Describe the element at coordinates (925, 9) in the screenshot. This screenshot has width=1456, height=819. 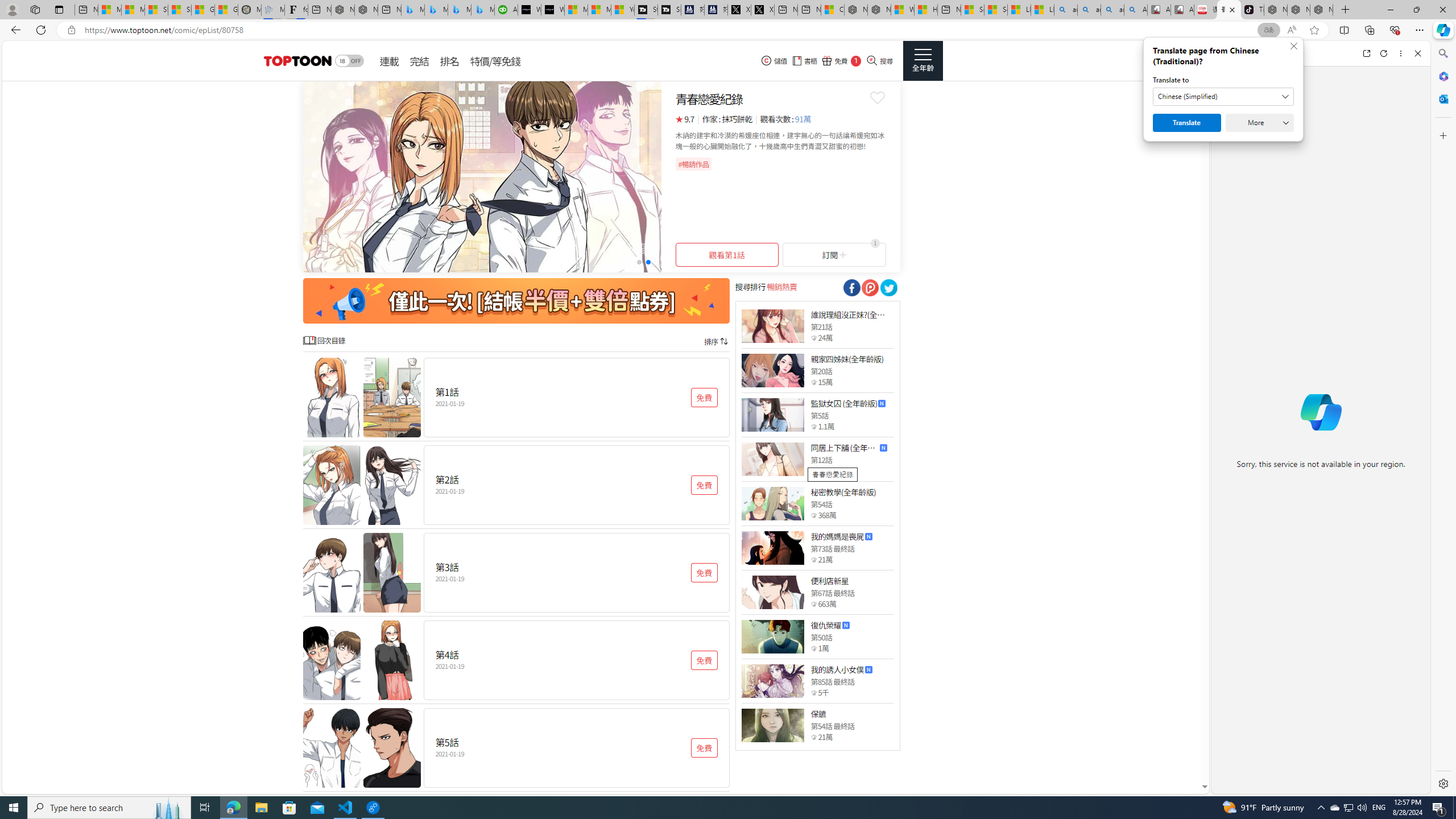
I see `'Huge shark washes ashore at New York City beach | Watch'` at that location.